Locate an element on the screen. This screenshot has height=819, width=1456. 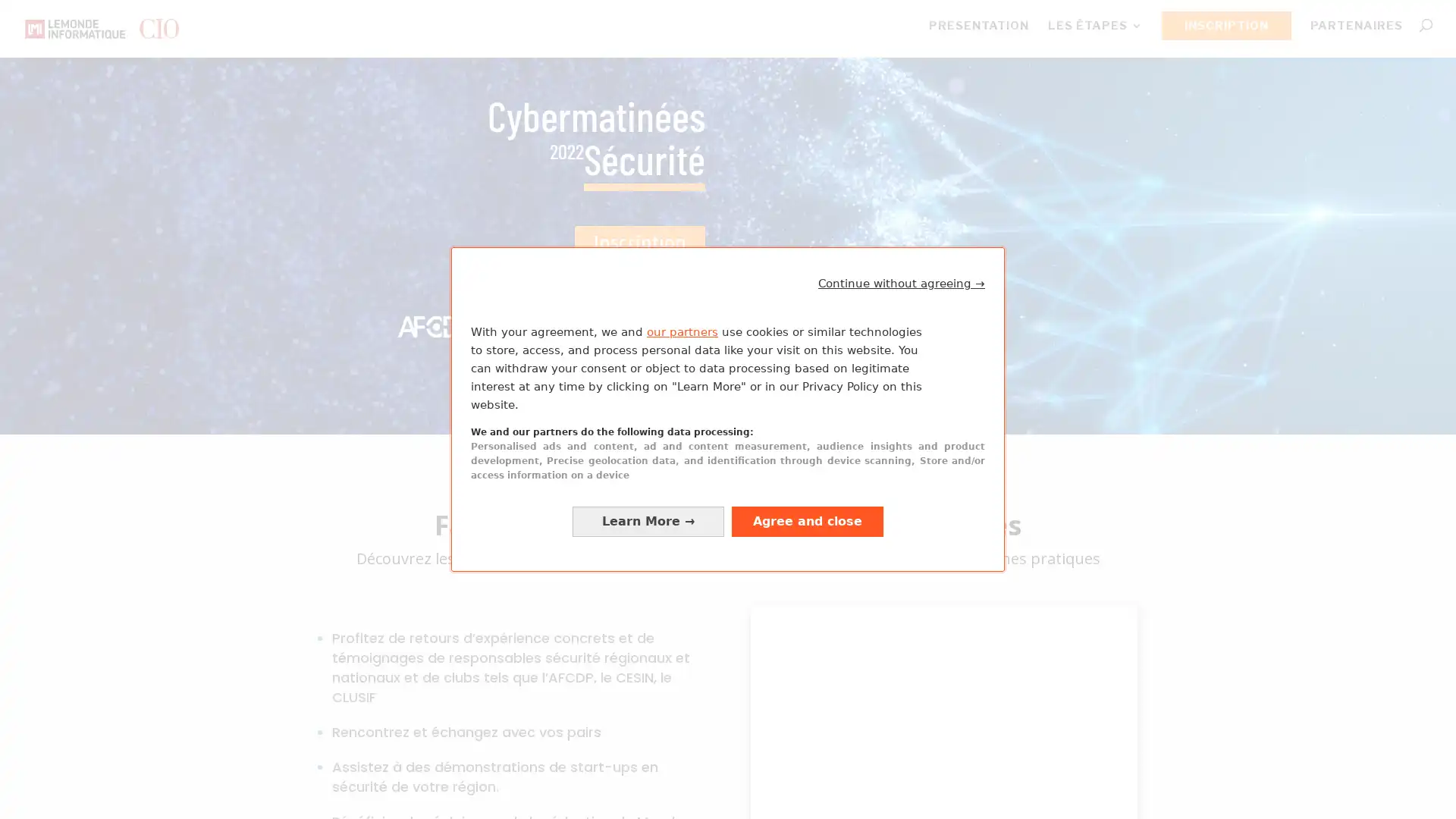
Agree to our data processing and close is located at coordinates (807, 520).